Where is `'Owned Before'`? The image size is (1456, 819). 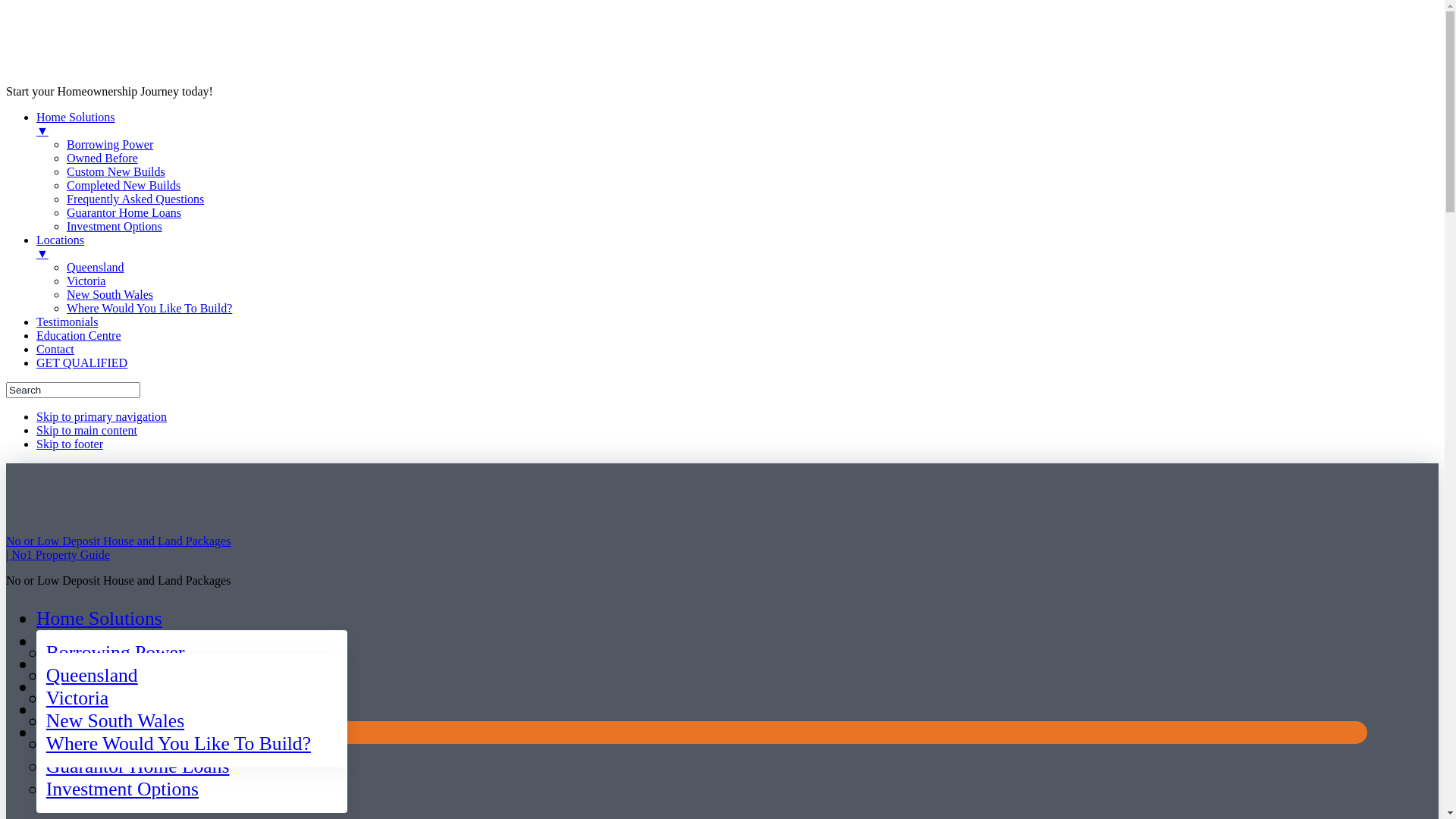 'Owned Before' is located at coordinates (101, 158).